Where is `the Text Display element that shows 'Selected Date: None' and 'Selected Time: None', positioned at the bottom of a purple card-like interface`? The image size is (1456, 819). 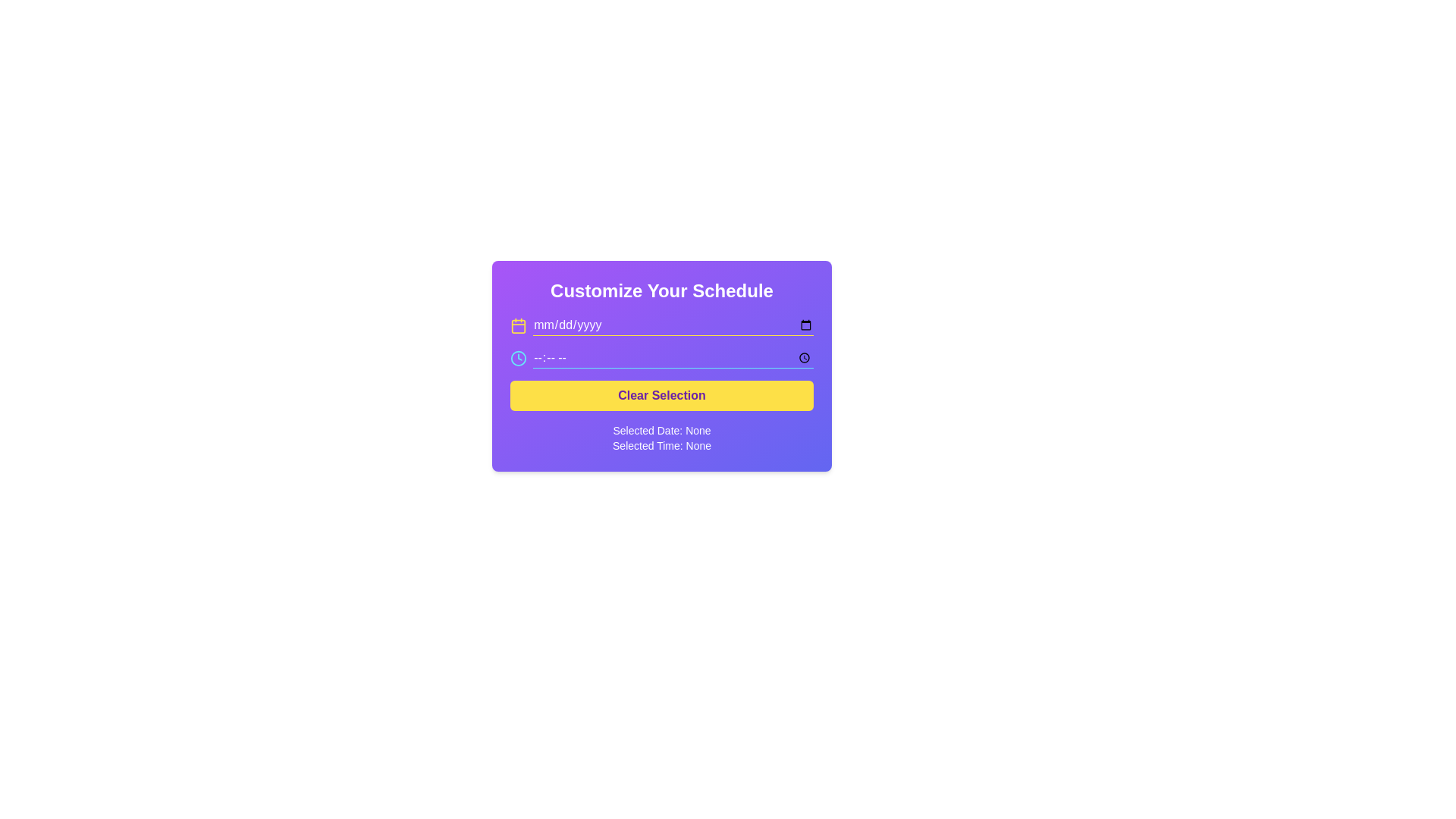
the Text Display element that shows 'Selected Date: None' and 'Selected Time: None', positioned at the bottom of a purple card-like interface is located at coordinates (662, 438).